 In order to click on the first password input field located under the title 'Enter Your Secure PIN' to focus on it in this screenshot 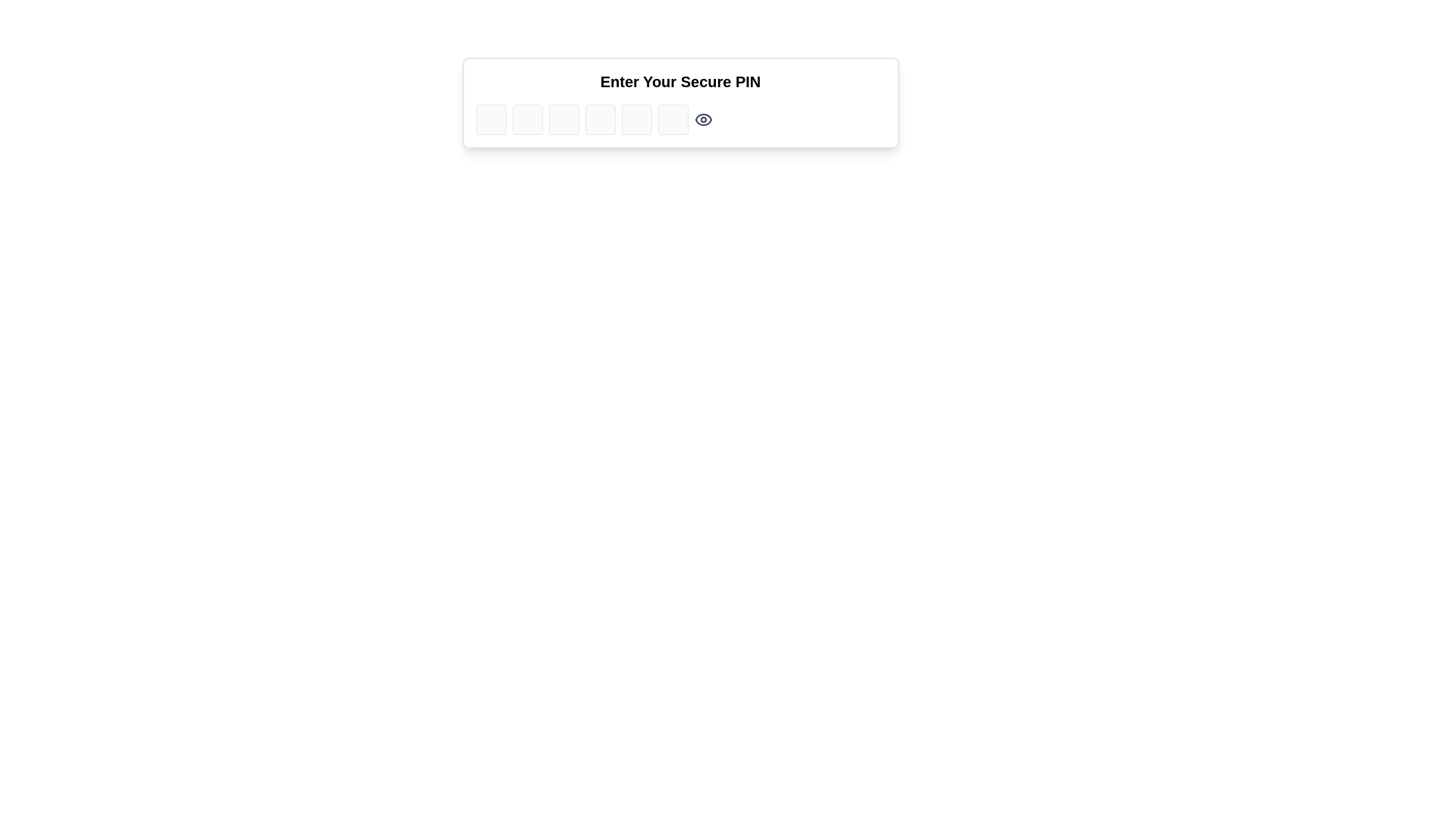, I will do `click(491, 119)`.